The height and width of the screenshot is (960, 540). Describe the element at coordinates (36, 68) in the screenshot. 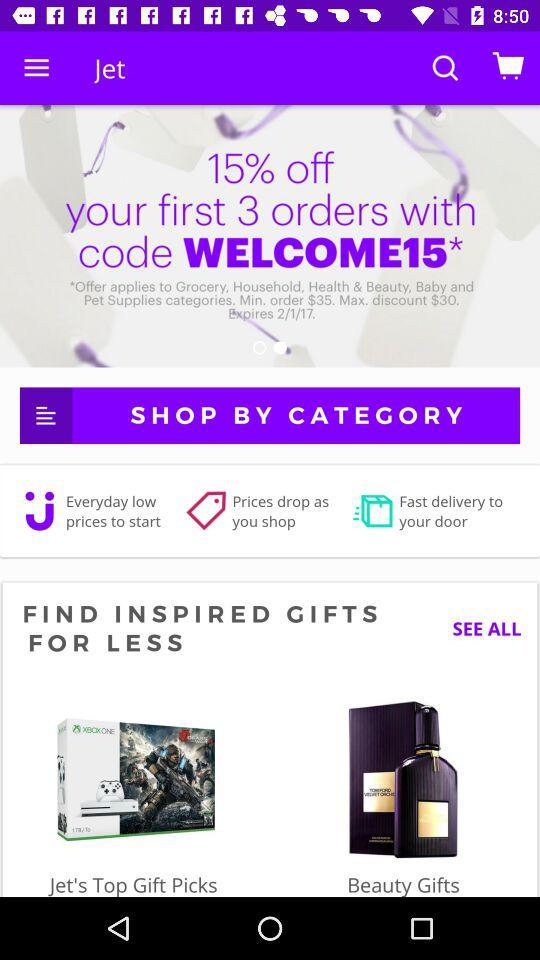

I see `the icon next to jet item` at that location.